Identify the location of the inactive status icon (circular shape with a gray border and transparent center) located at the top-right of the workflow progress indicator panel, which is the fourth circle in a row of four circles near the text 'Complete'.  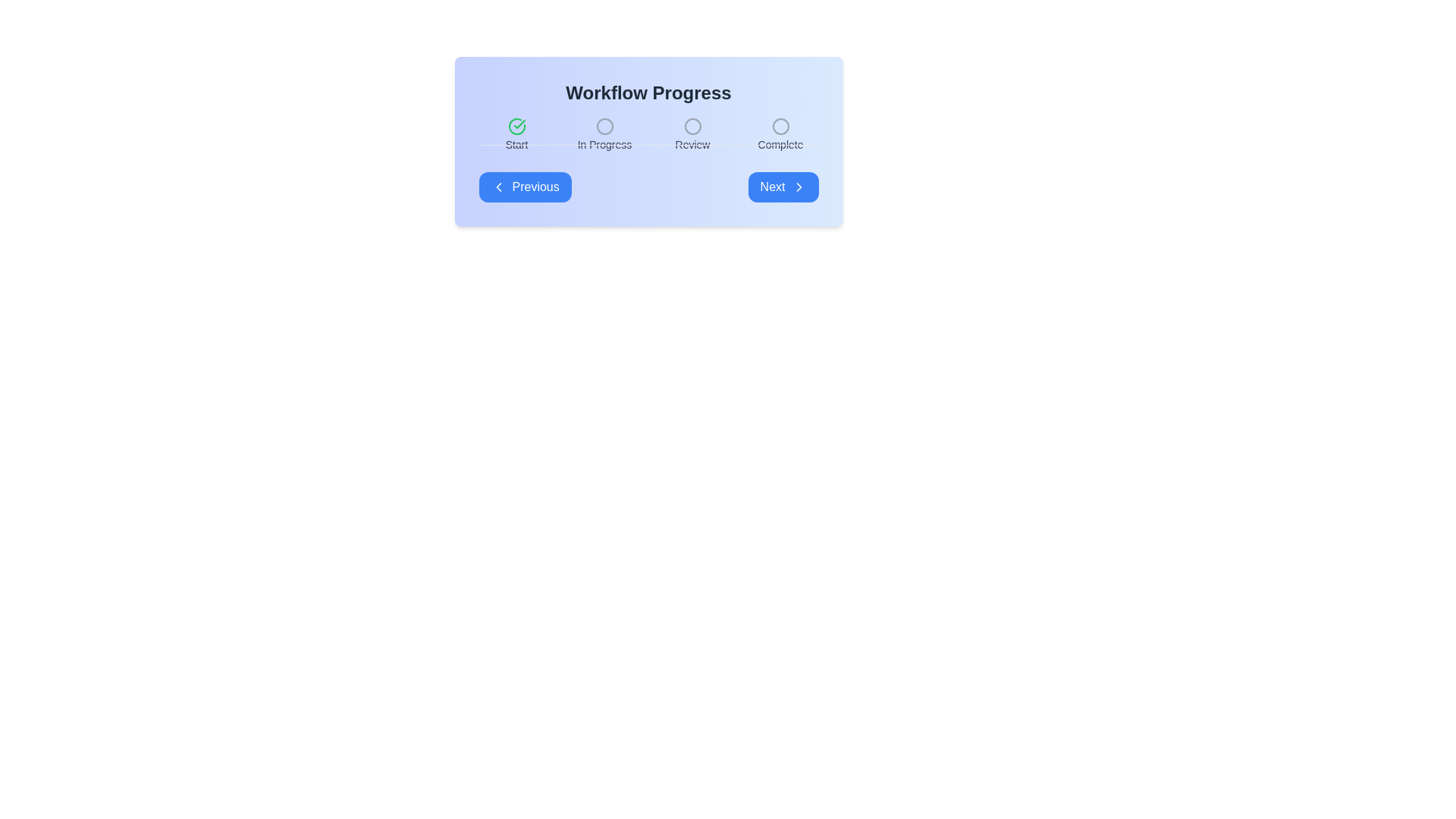
(780, 125).